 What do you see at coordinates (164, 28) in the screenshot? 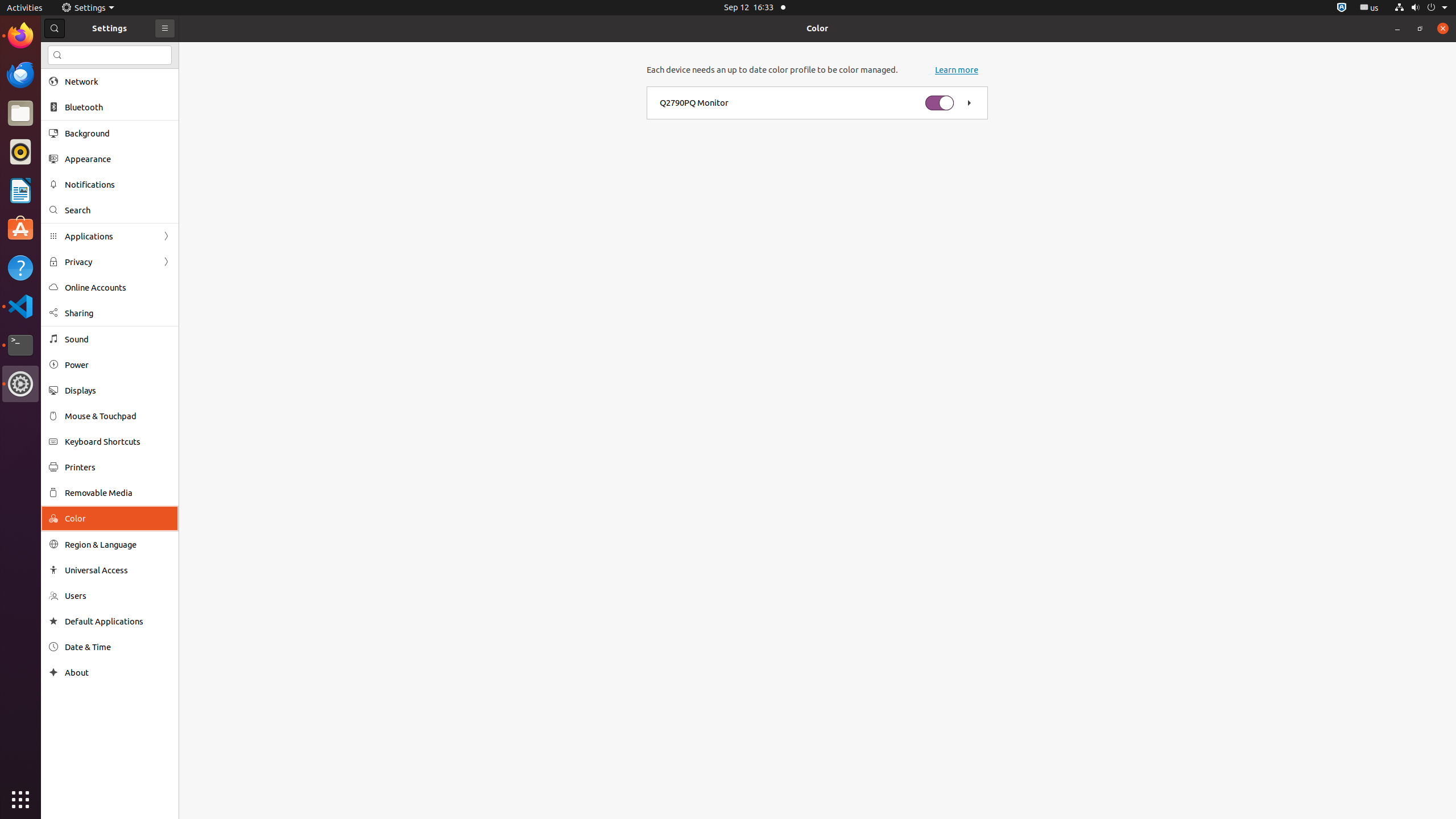
I see `'Primary Menu'` at bounding box center [164, 28].